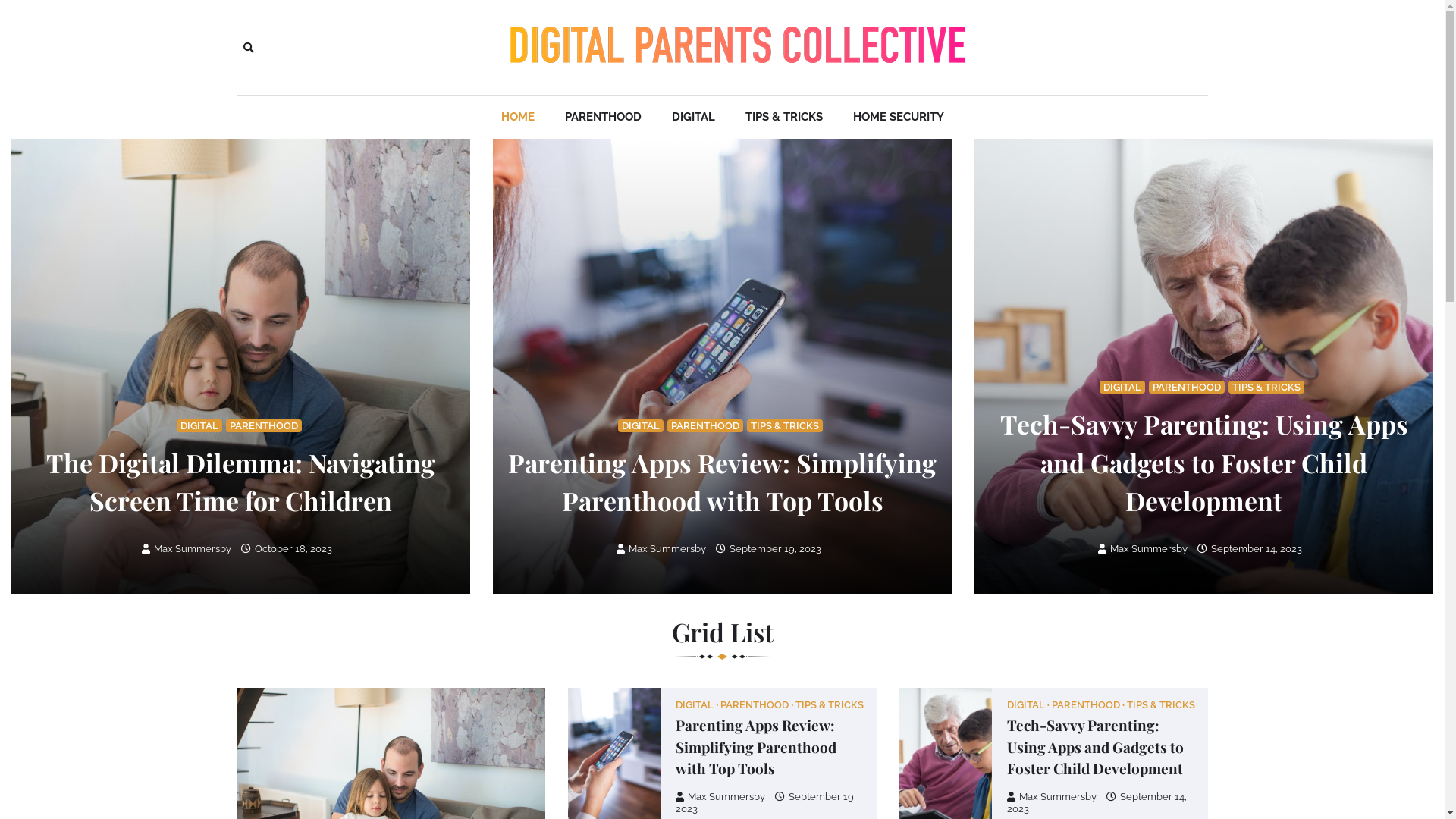  I want to click on 'Max Summersby', so click(1143, 548).